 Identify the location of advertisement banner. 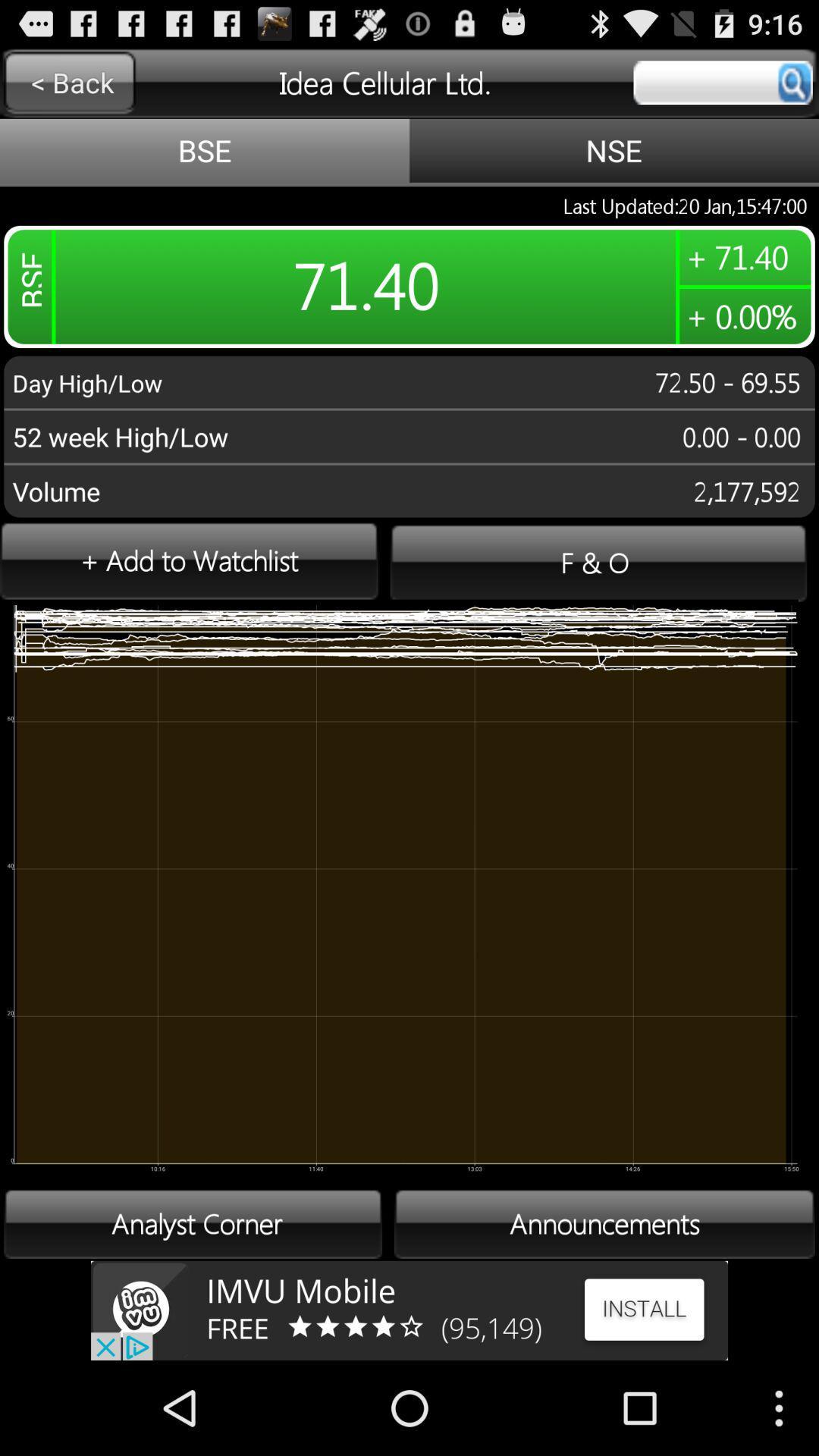
(409, 1310).